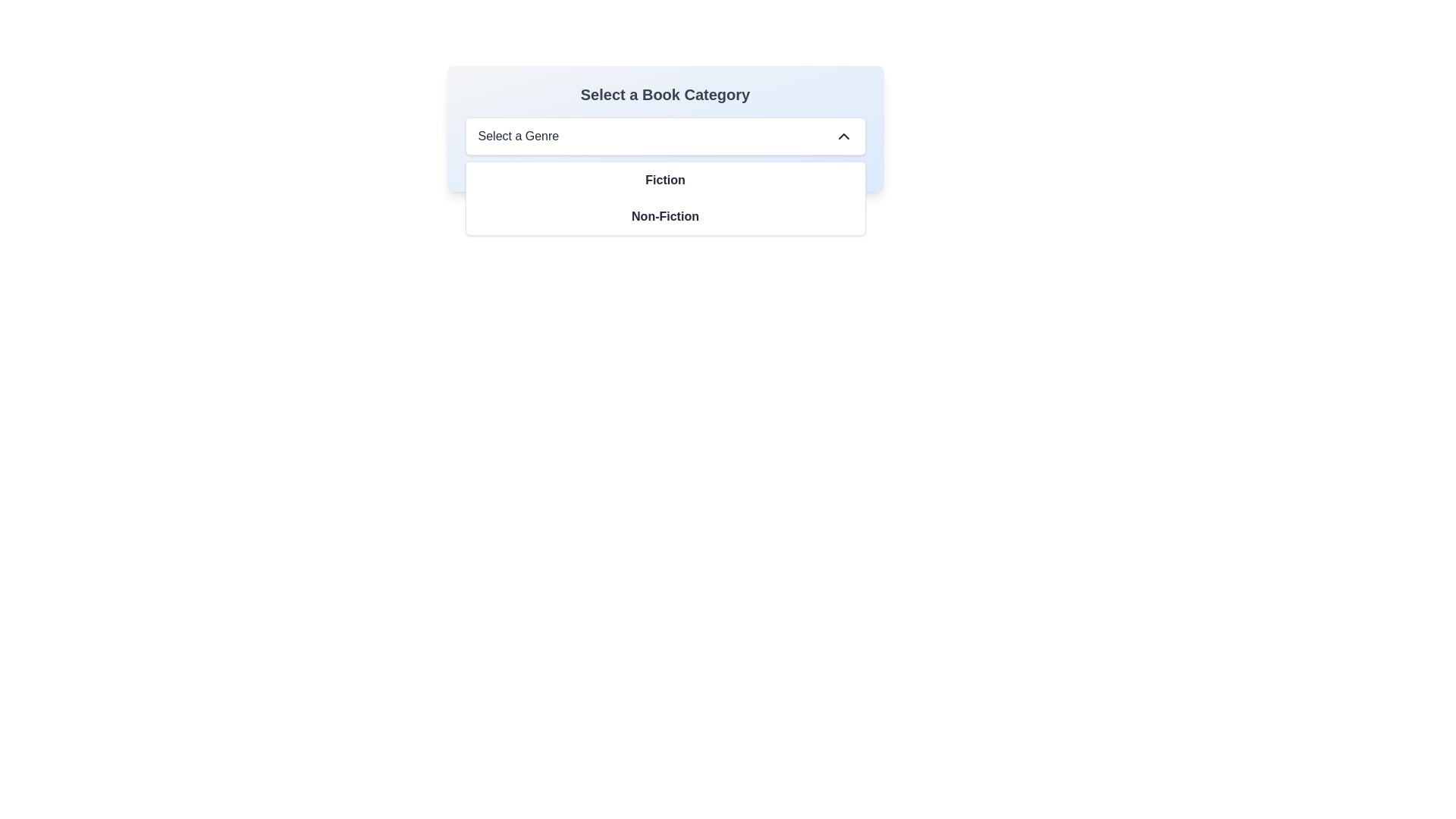 The width and height of the screenshot is (1456, 819). What do you see at coordinates (665, 198) in the screenshot?
I see `the dropdown menu that allows selecting between 'Fiction' and 'Non-Fiction' options` at bounding box center [665, 198].